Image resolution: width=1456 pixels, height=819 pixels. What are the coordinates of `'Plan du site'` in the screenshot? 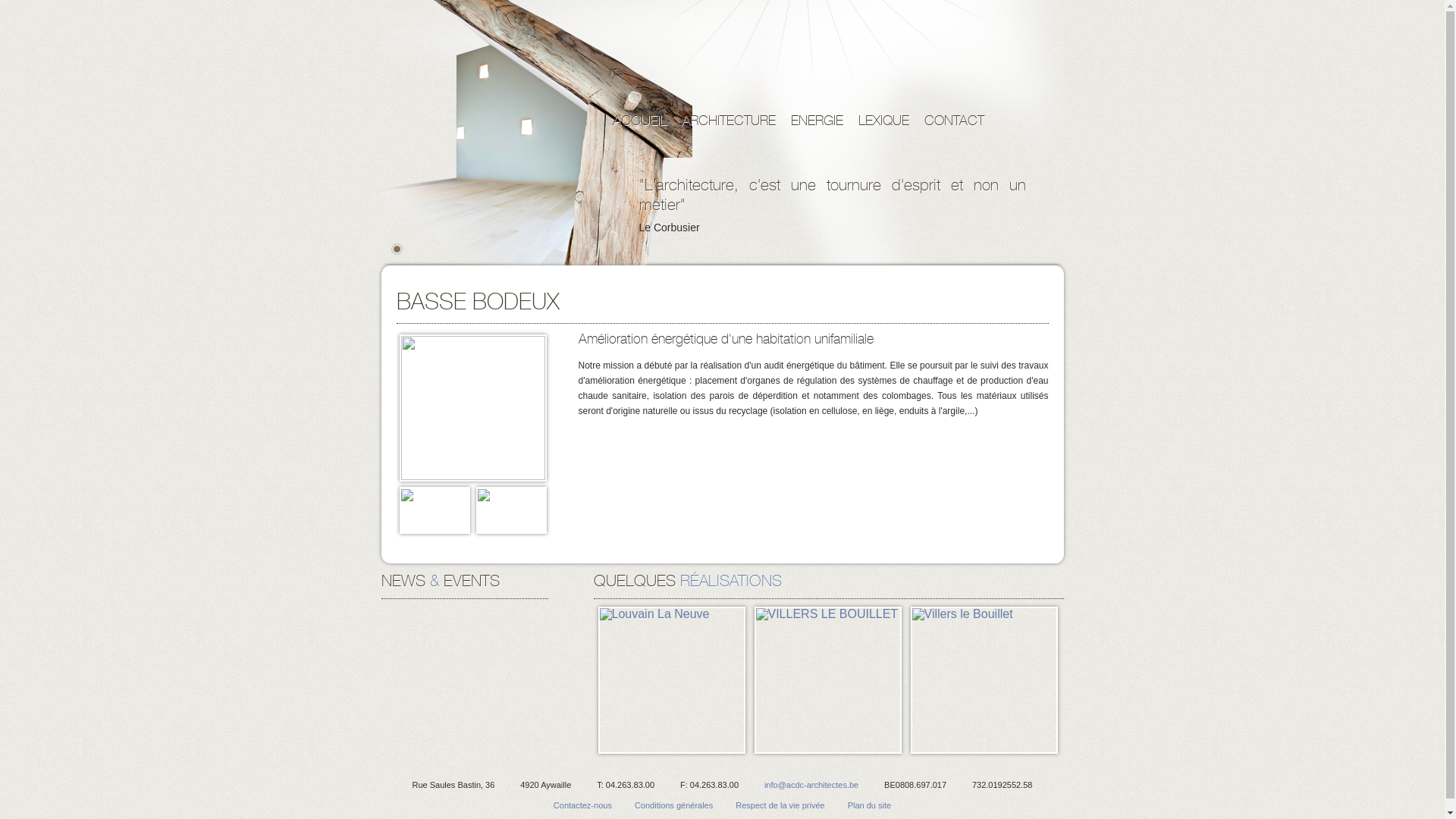 It's located at (869, 804).